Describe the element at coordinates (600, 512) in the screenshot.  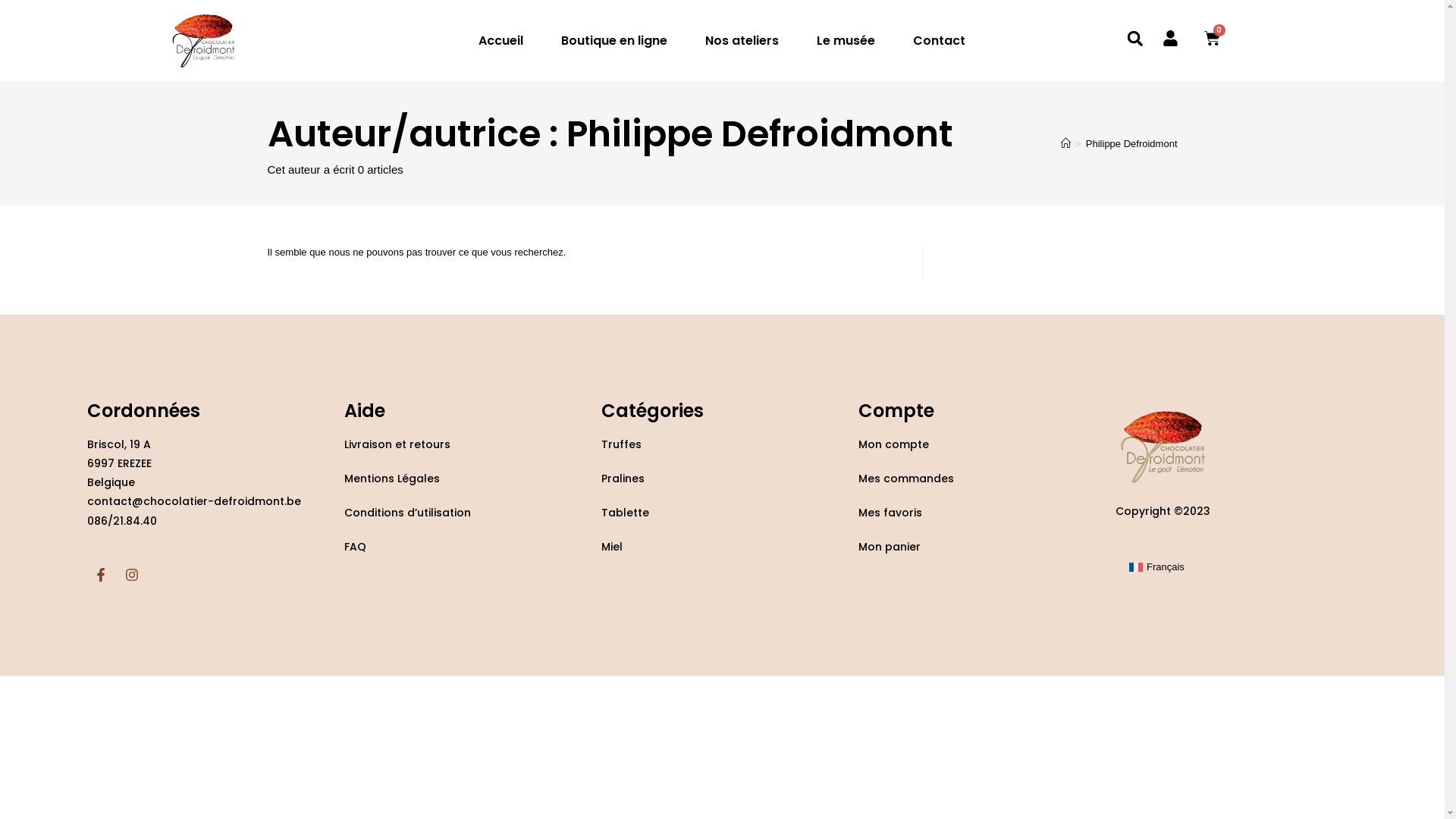
I see `'Tablette'` at that location.